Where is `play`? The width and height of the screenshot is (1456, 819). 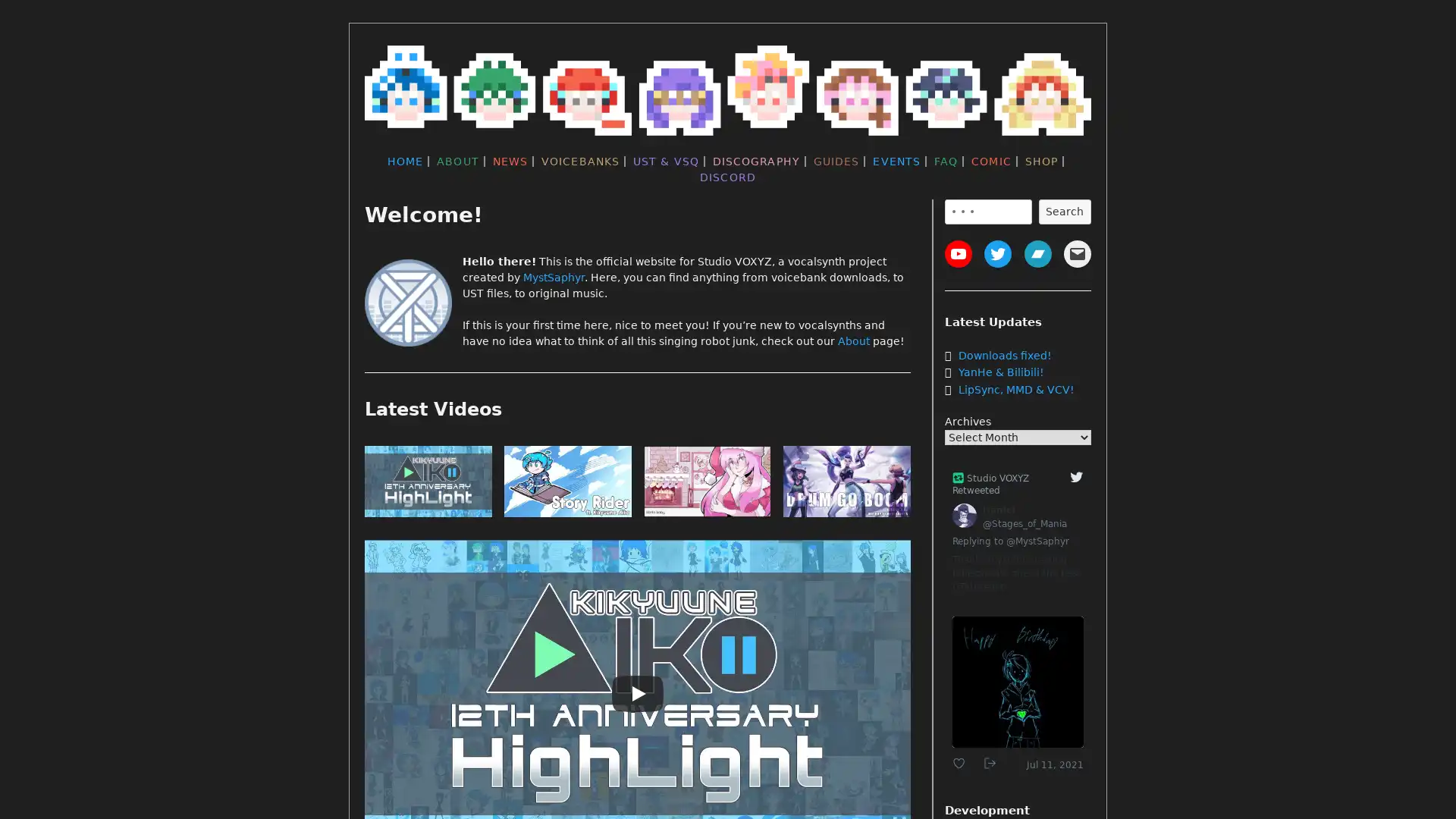 play is located at coordinates (846, 485).